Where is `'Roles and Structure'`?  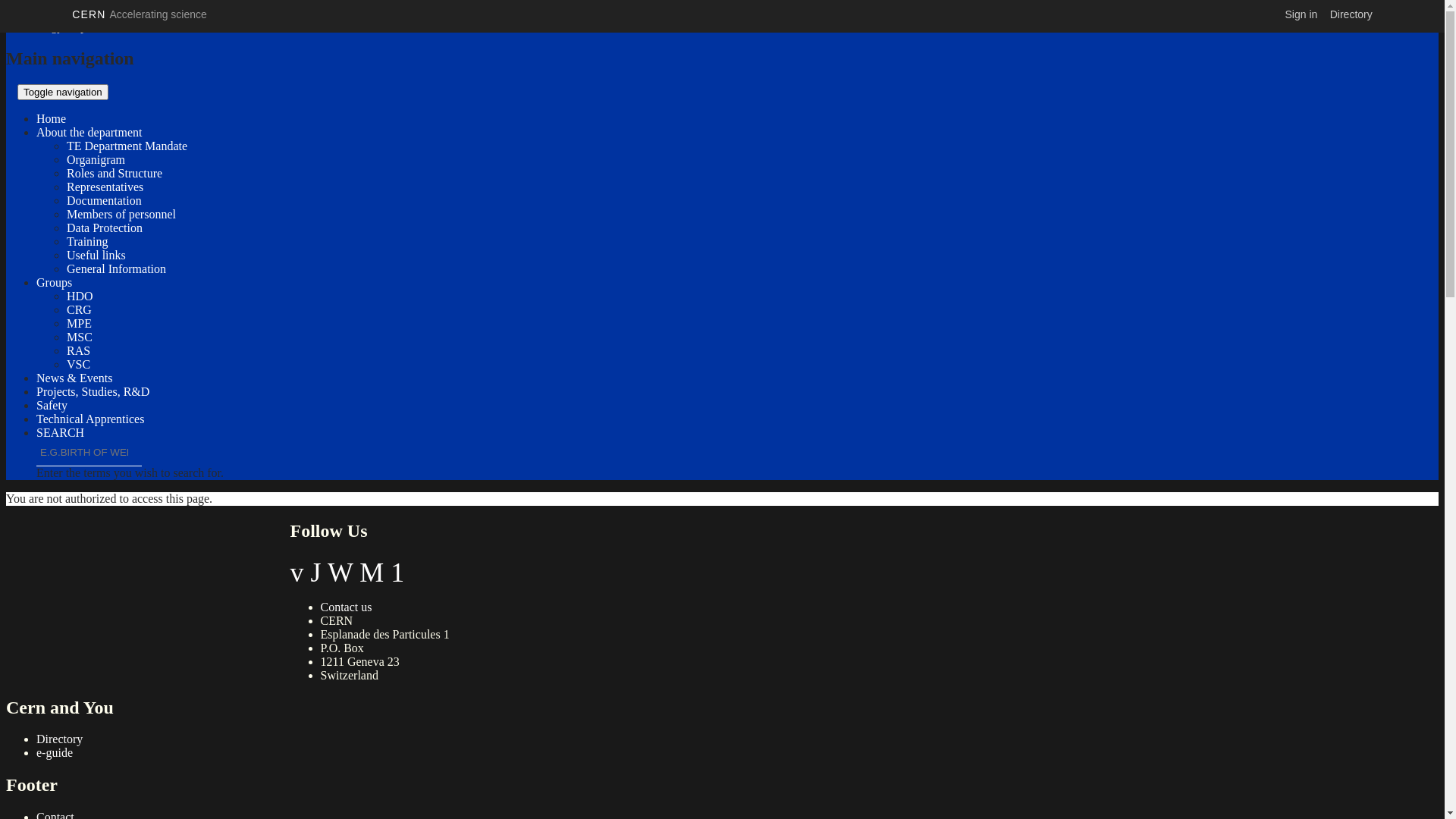
'Roles and Structure' is located at coordinates (113, 172).